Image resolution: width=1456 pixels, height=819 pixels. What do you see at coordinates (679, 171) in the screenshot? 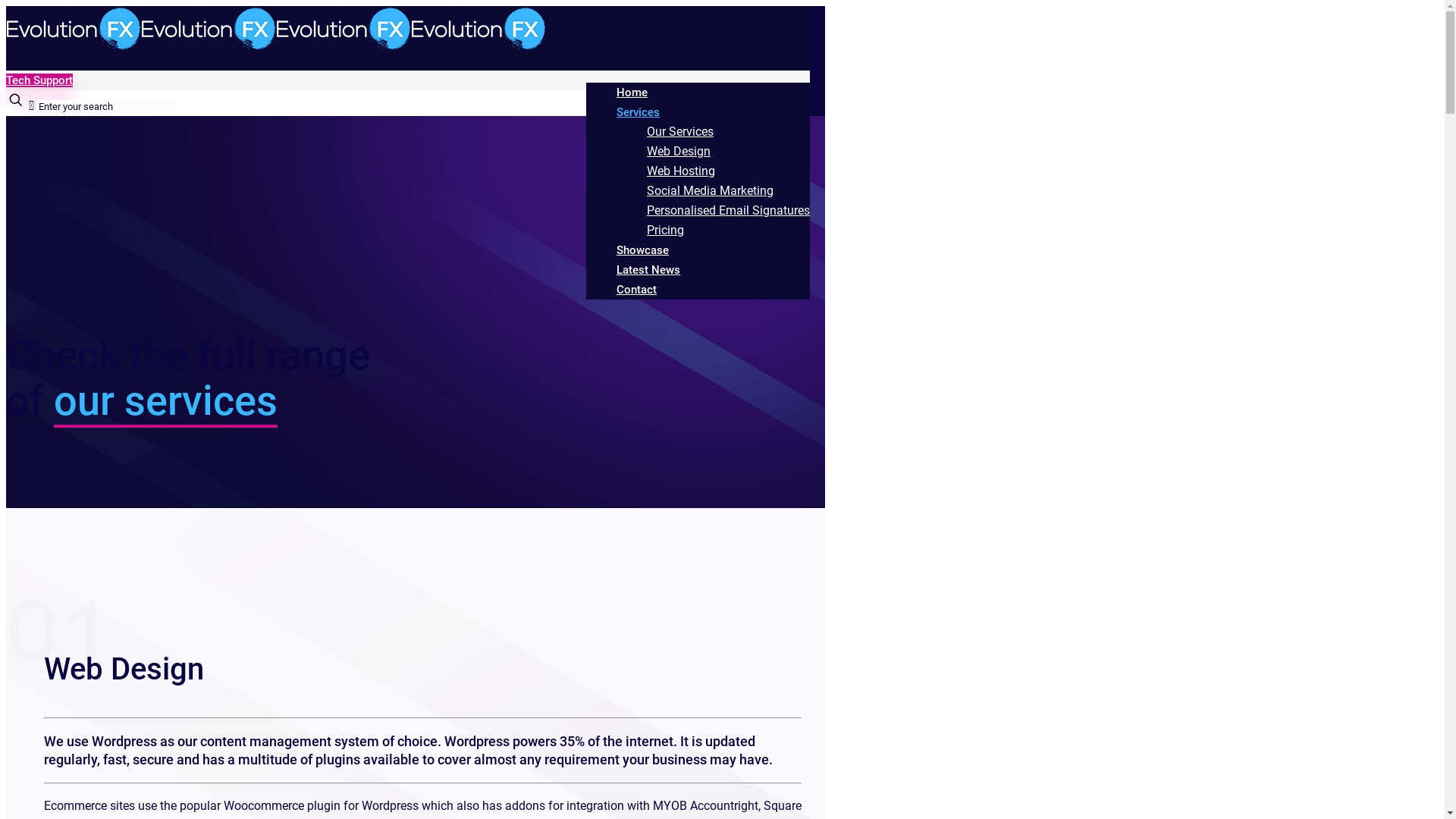
I see `'Web Hosting'` at bounding box center [679, 171].